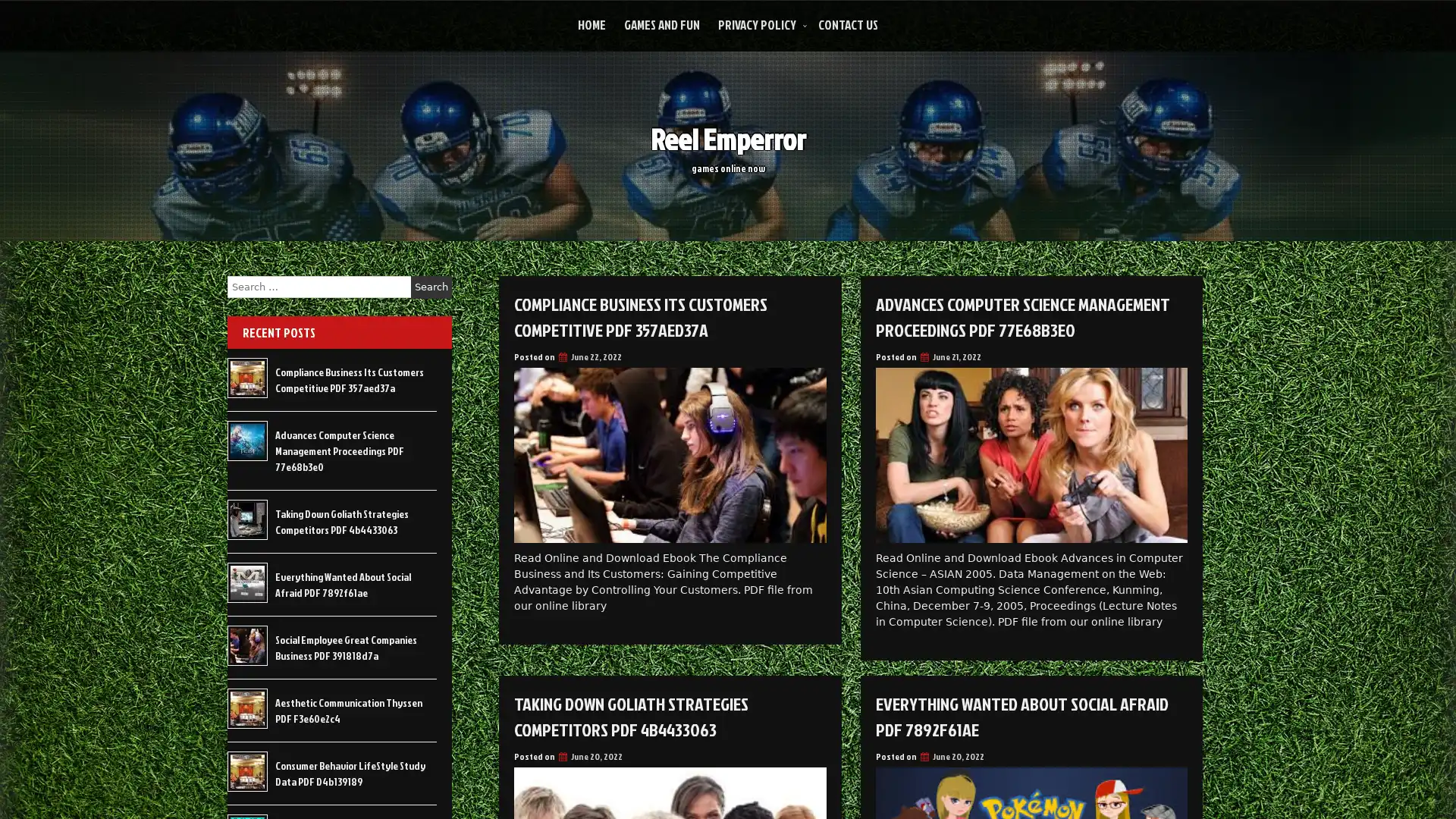 The height and width of the screenshot is (819, 1456). What do you see at coordinates (431, 287) in the screenshot?
I see `Search` at bounding box center [431, 287].